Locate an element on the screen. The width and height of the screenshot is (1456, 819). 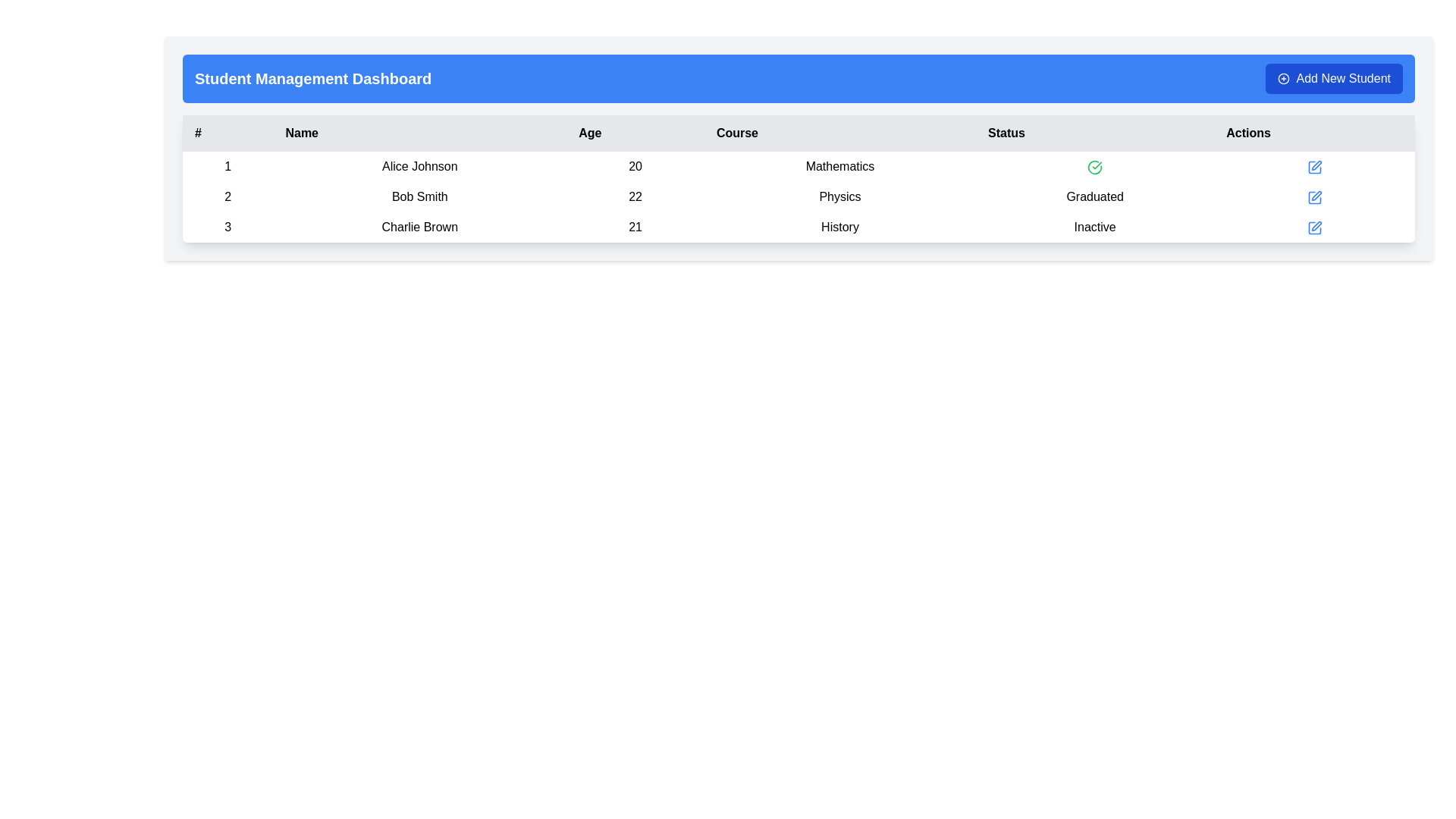
the edit button located in the 'Actions' column for the row corresponding to user 'Bob Smith' is located at coordinates (1313, 196).